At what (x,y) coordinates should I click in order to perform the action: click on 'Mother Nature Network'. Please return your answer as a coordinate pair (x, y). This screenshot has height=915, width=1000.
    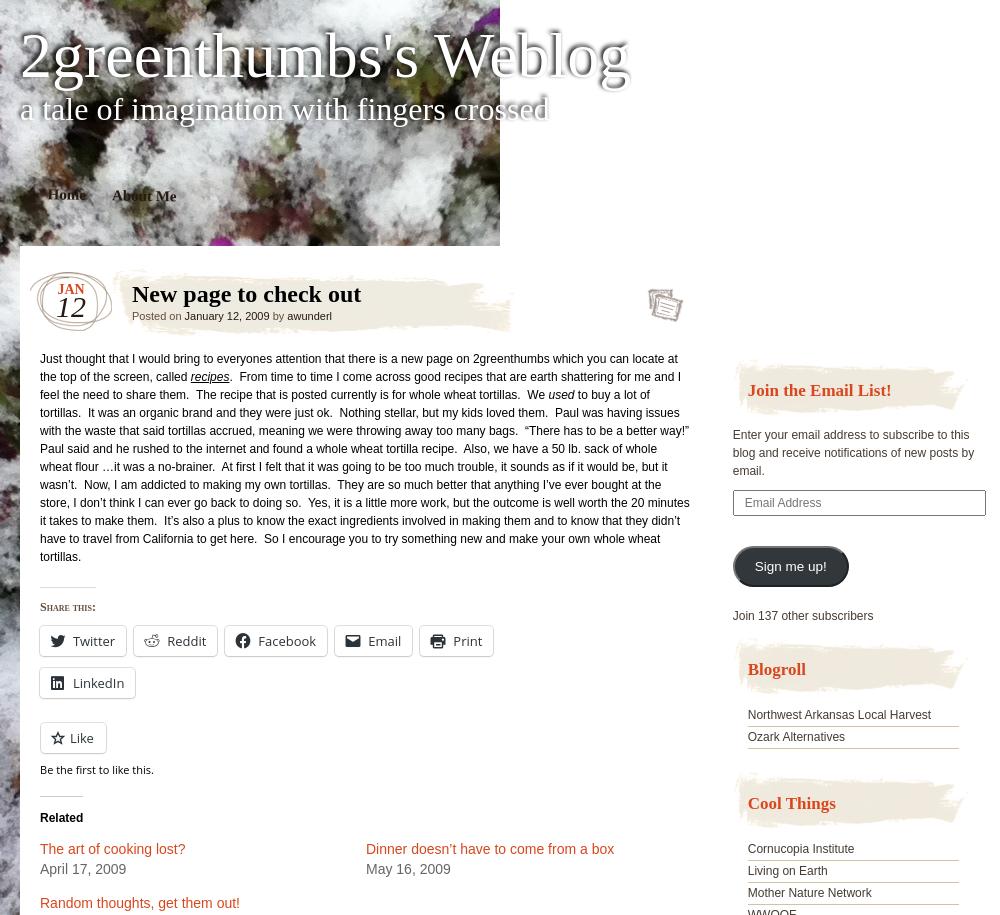
    Looking at the image, I should click on (809, 892).